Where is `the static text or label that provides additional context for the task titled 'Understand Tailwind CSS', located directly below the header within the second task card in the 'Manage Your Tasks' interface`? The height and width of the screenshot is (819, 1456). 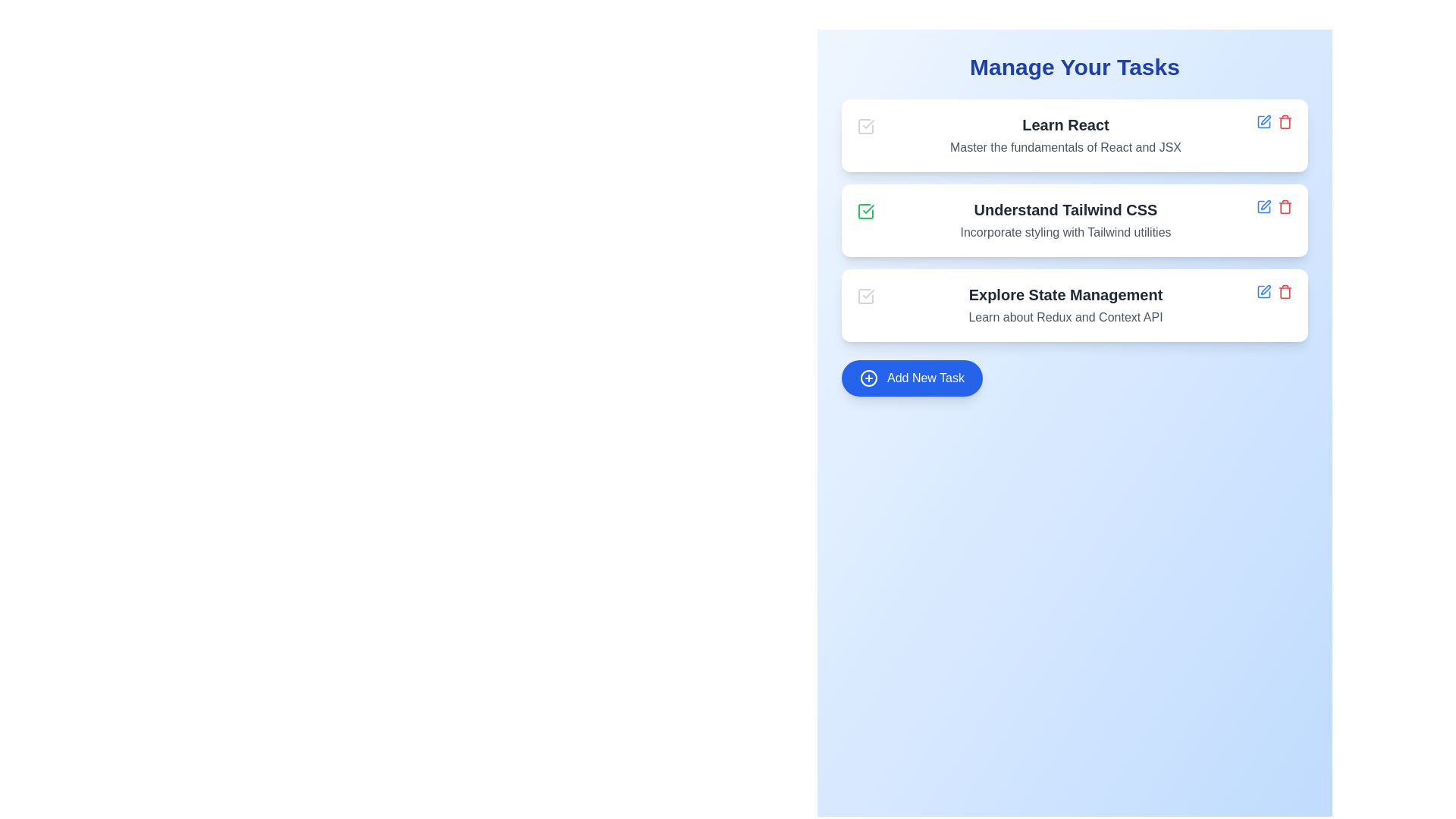 the static text or label that provides additional context for the task titled 'Understand Tailwind CSS', located directly below the header within the second task card in the 'Manage Your Tasks' interface is located at coordinates (1065, 233).